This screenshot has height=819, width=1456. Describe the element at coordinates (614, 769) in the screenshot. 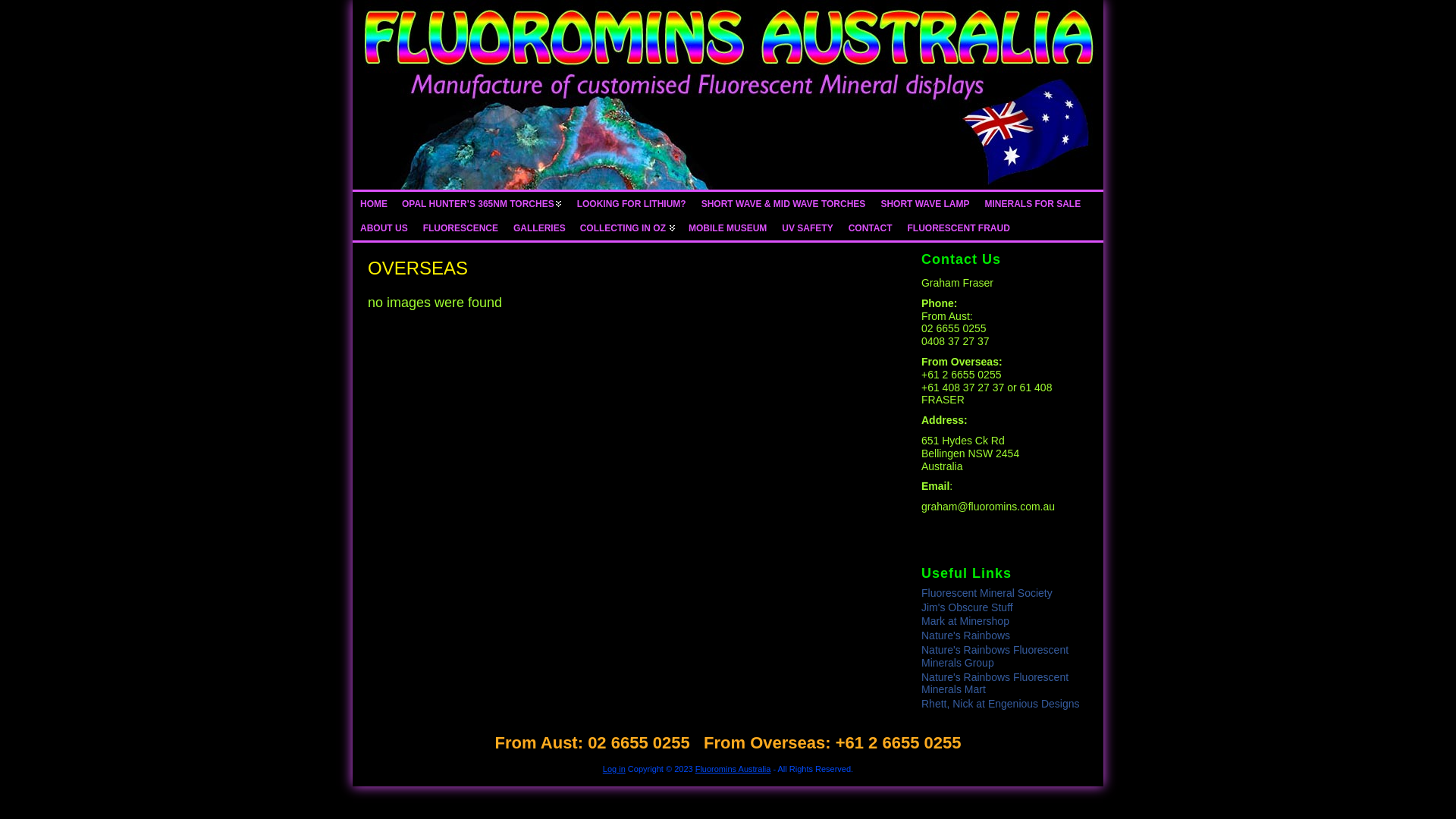

I see `'Log in'` at that location.